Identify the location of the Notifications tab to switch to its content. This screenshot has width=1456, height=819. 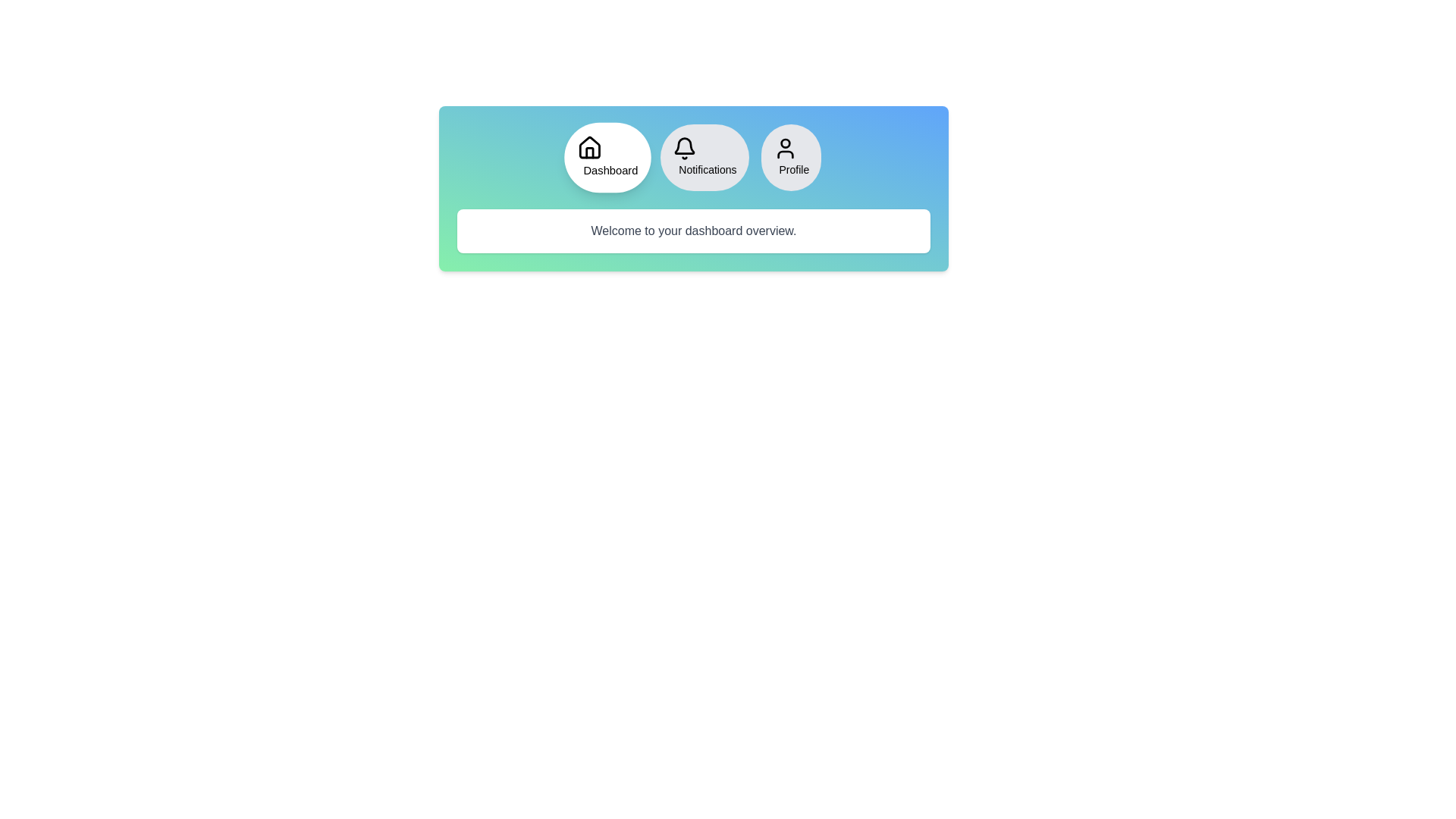
(704, 158).